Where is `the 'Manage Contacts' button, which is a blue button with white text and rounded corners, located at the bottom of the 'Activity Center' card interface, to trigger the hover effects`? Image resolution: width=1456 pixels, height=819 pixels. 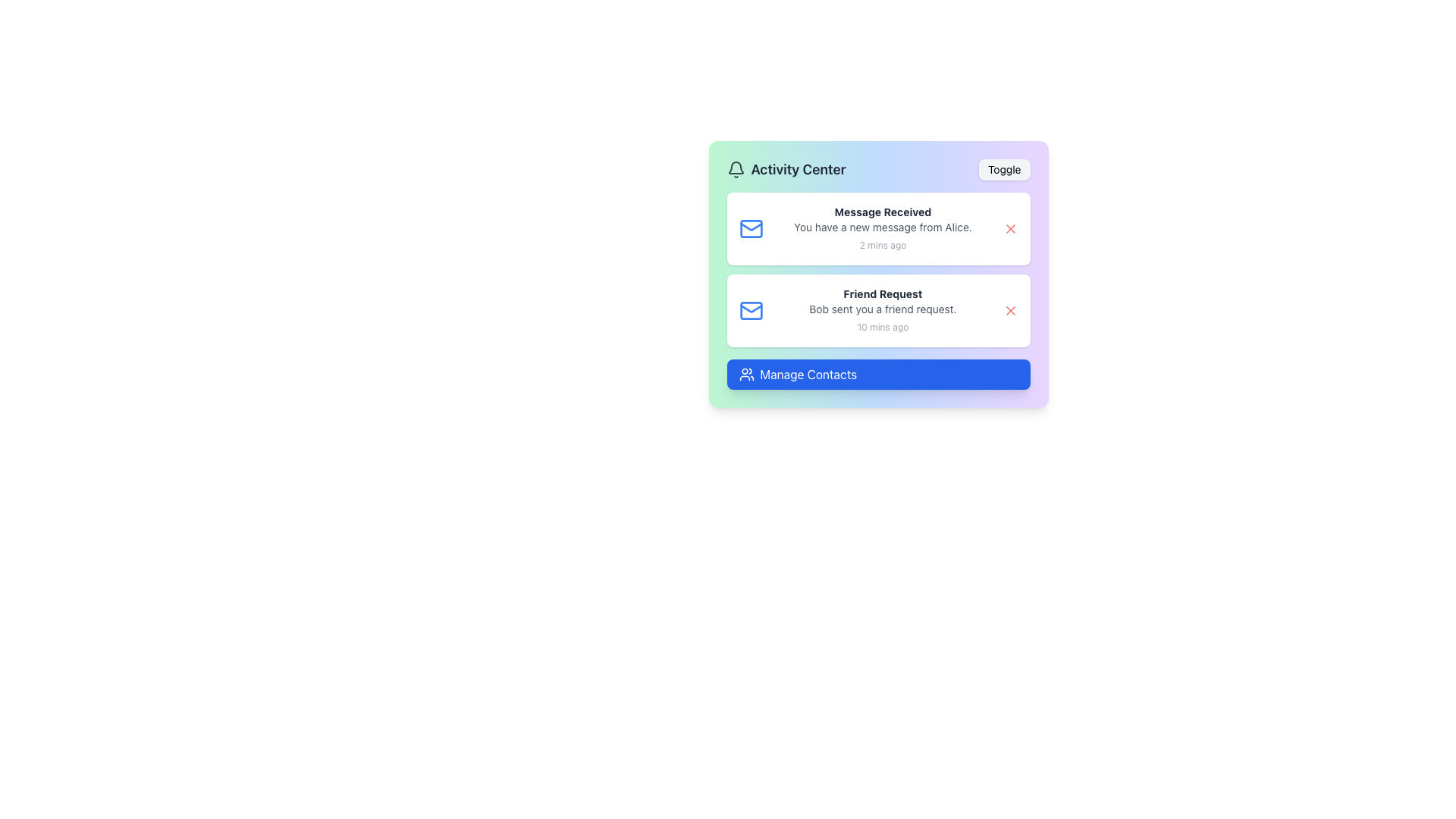
the 'Manage Contacts' button, which is a blue button with white text and rounded corners, located at the bottom of the 'Activity Center' card interface, to trigger the hover effects is located at coordinates (808, 374).